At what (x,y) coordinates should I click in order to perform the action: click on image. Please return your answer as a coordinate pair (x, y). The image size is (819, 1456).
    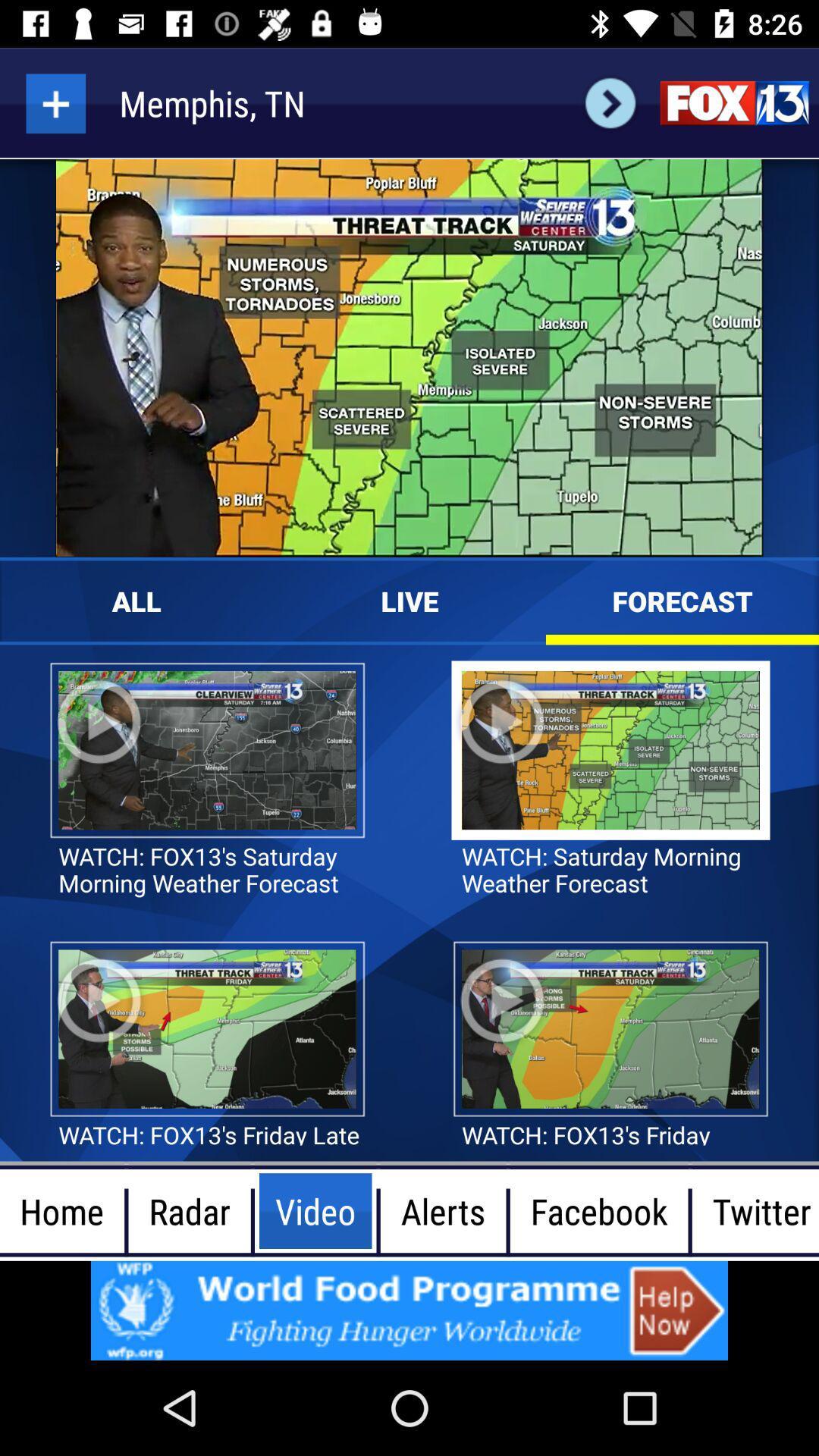
    Looking at the image, I should click on (409, 1310).